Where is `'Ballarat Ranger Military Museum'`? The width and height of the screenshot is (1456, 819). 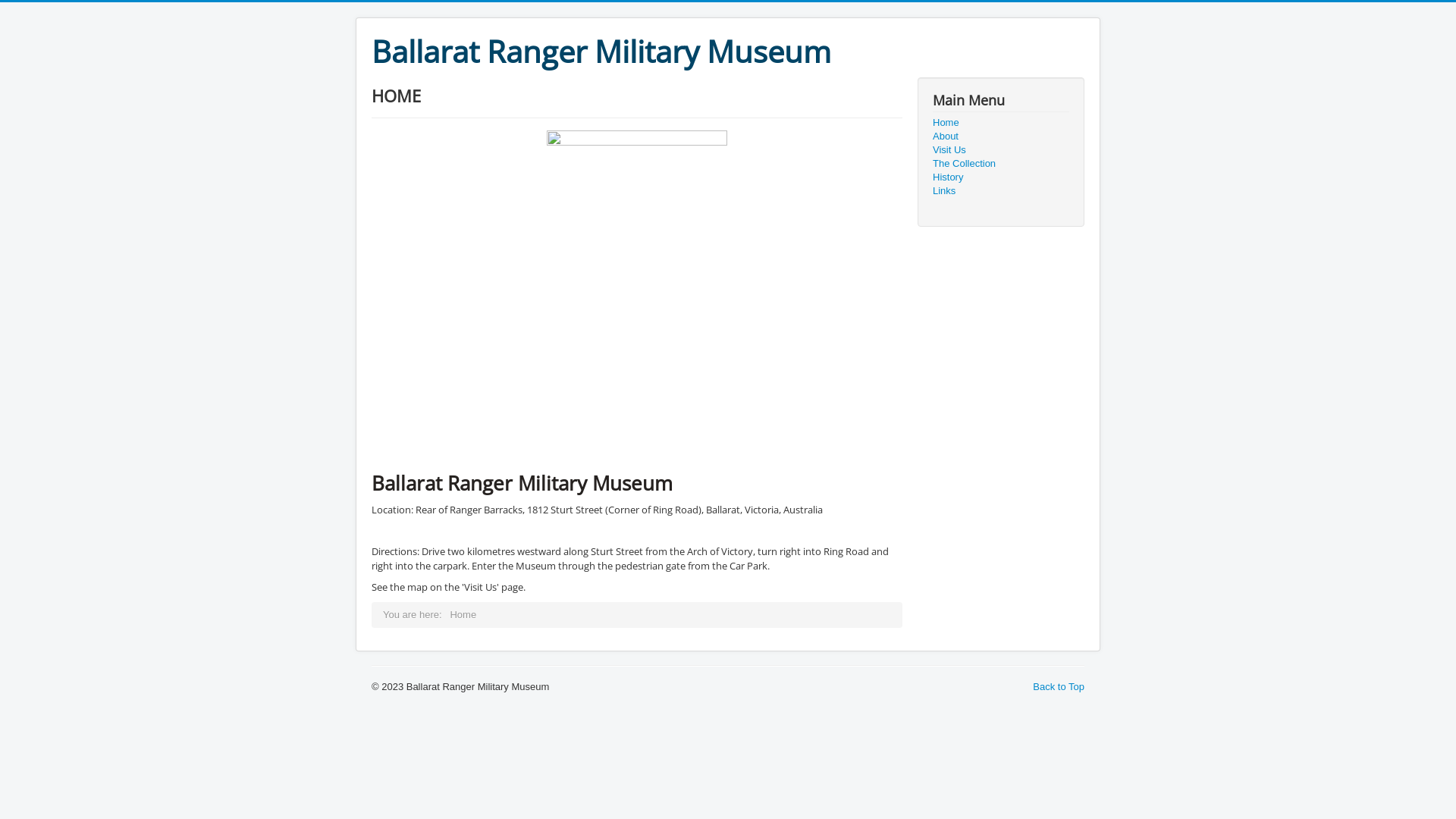 'Ballarat Ranger Military Museum' is located at coordinates (371, 51).